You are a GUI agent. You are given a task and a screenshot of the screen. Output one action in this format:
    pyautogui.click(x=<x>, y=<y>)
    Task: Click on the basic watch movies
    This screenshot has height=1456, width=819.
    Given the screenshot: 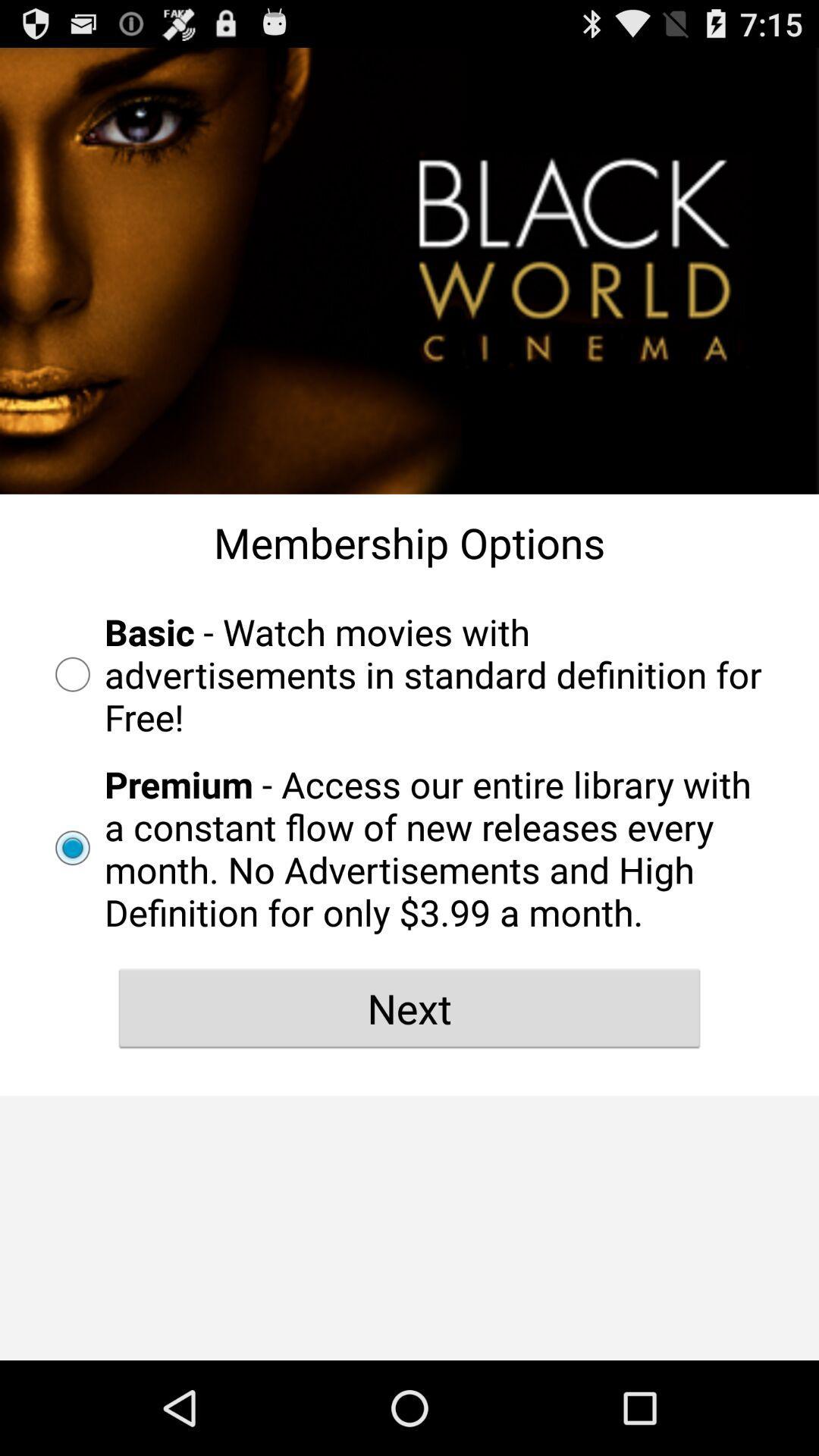 What is the action you would take?
    pyautogui.click(x=409, y=673)
    